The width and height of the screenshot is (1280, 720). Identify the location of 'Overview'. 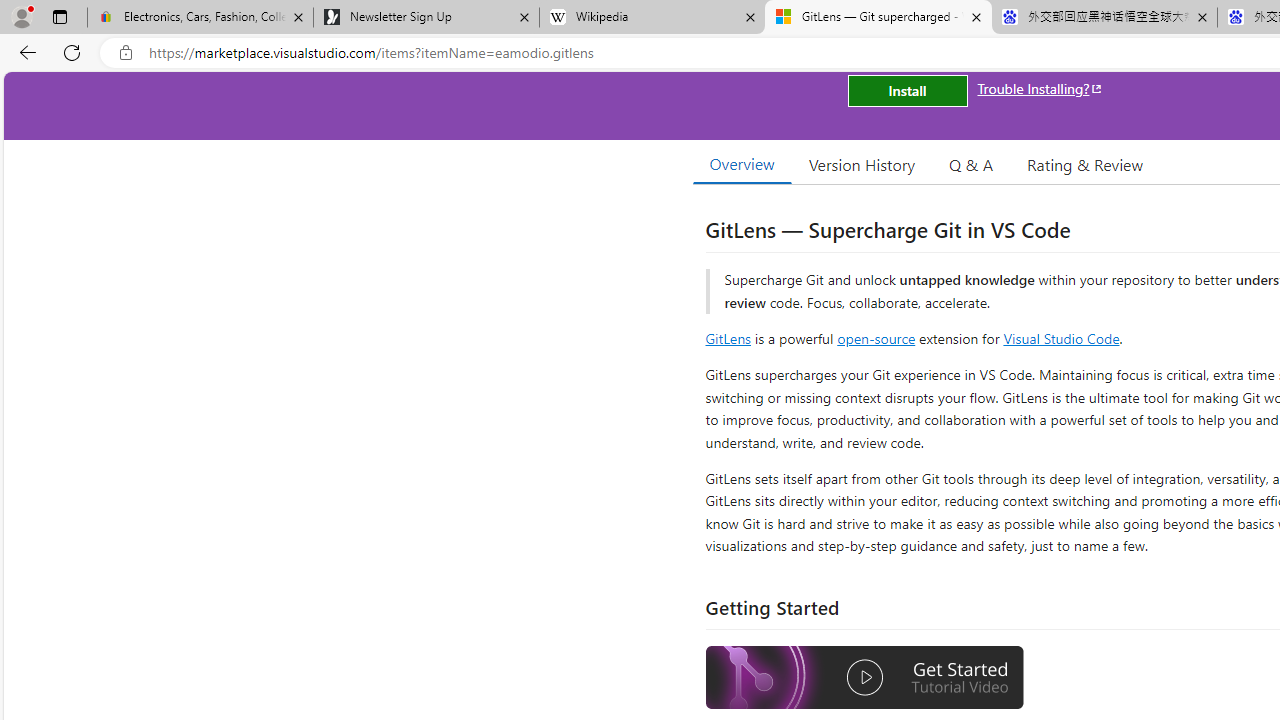
(741, 163).